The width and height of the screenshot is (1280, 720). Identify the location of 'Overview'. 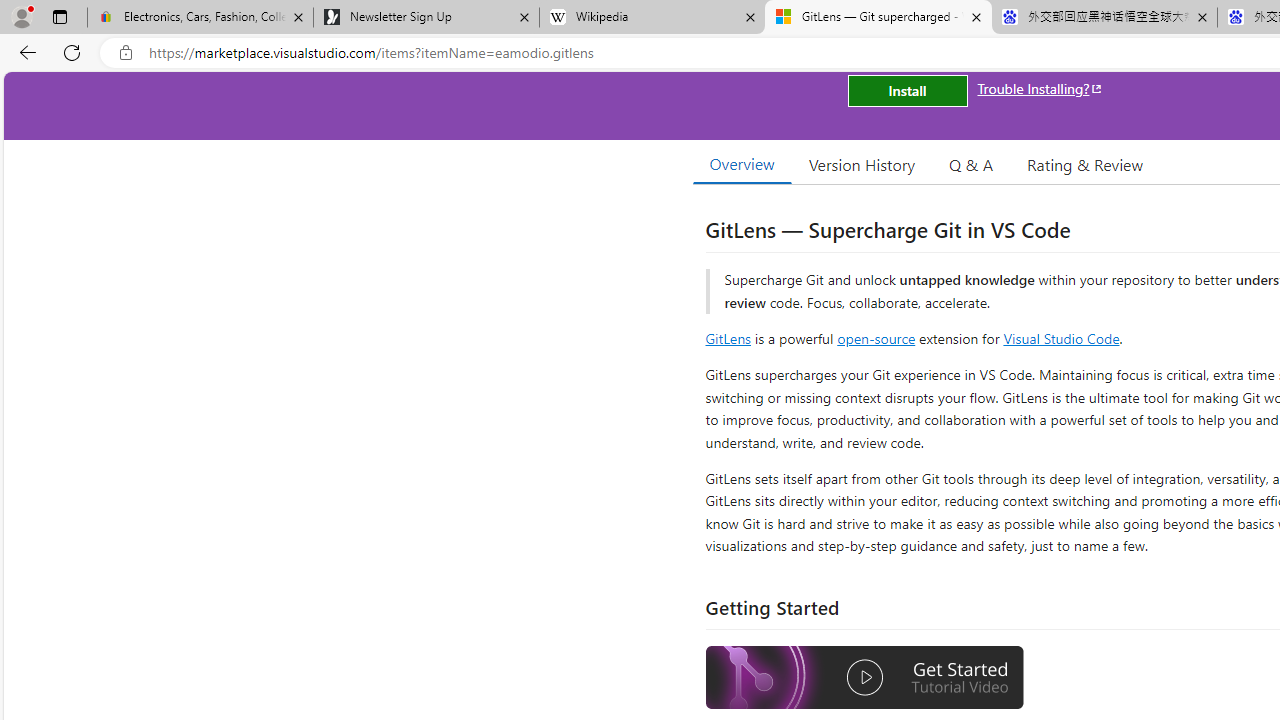
(741, 163).